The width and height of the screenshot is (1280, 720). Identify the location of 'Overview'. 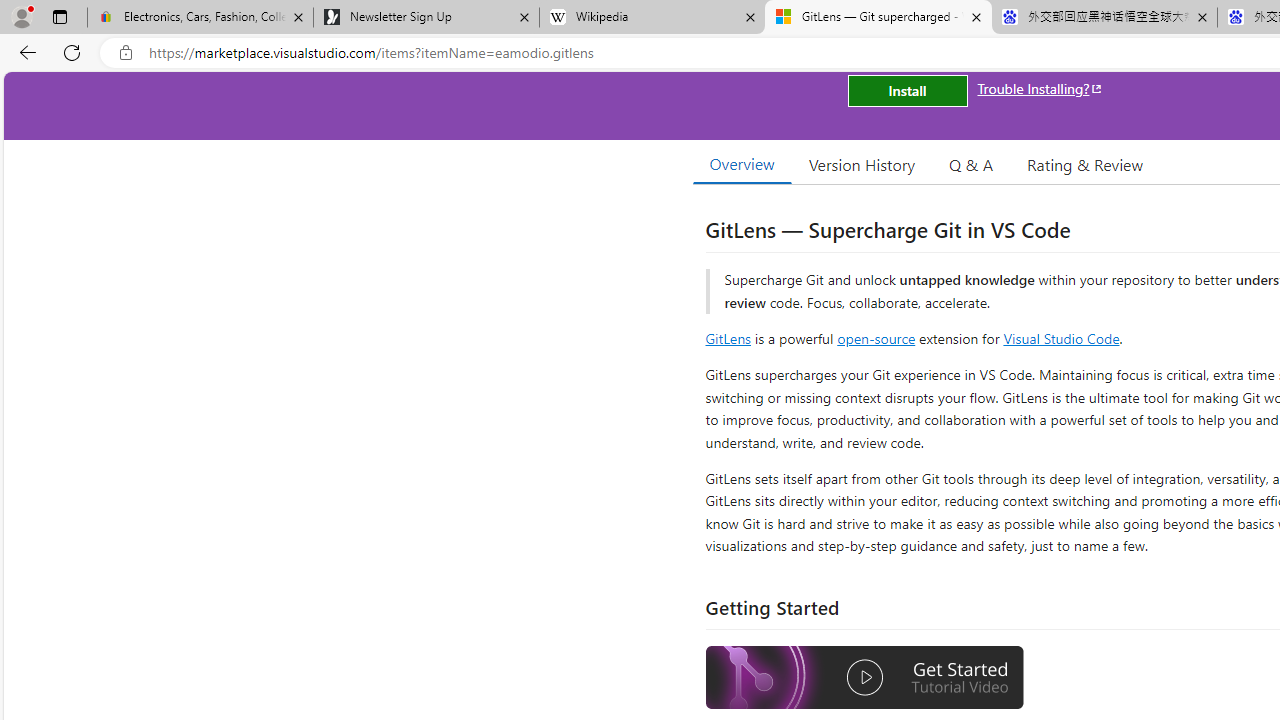
(741, 163).